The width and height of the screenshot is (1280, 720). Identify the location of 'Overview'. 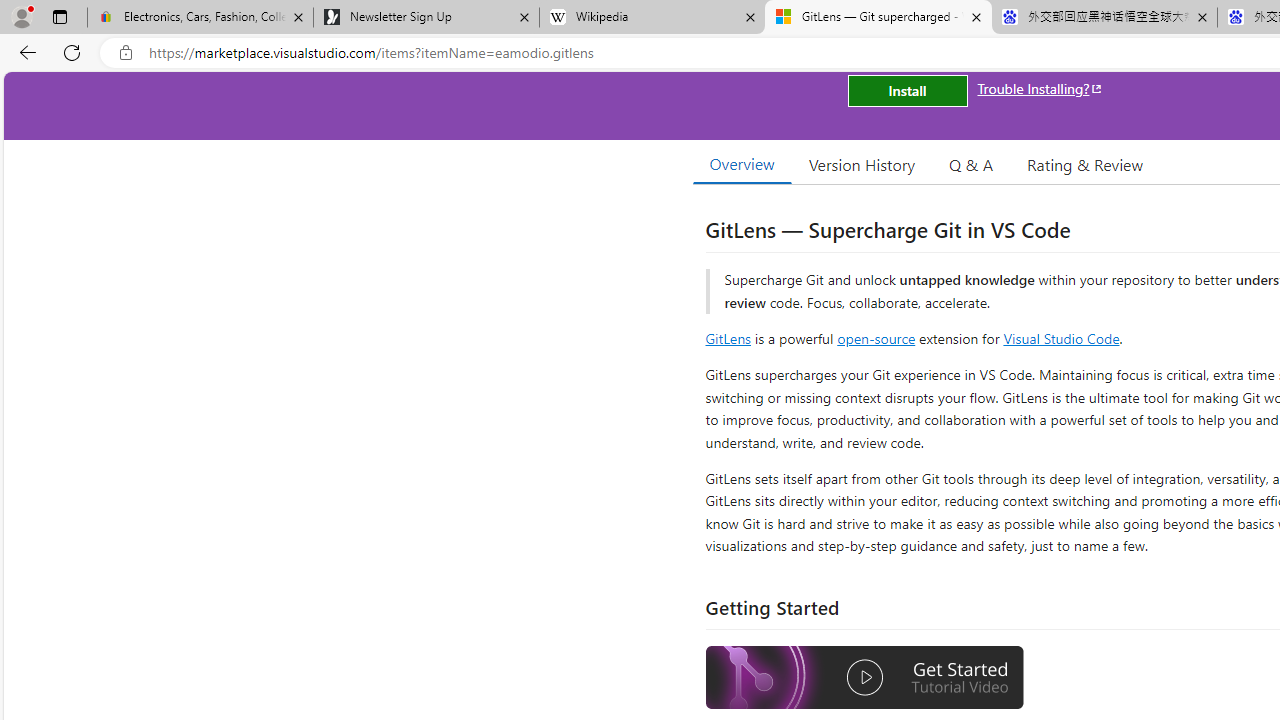
(741, 163).